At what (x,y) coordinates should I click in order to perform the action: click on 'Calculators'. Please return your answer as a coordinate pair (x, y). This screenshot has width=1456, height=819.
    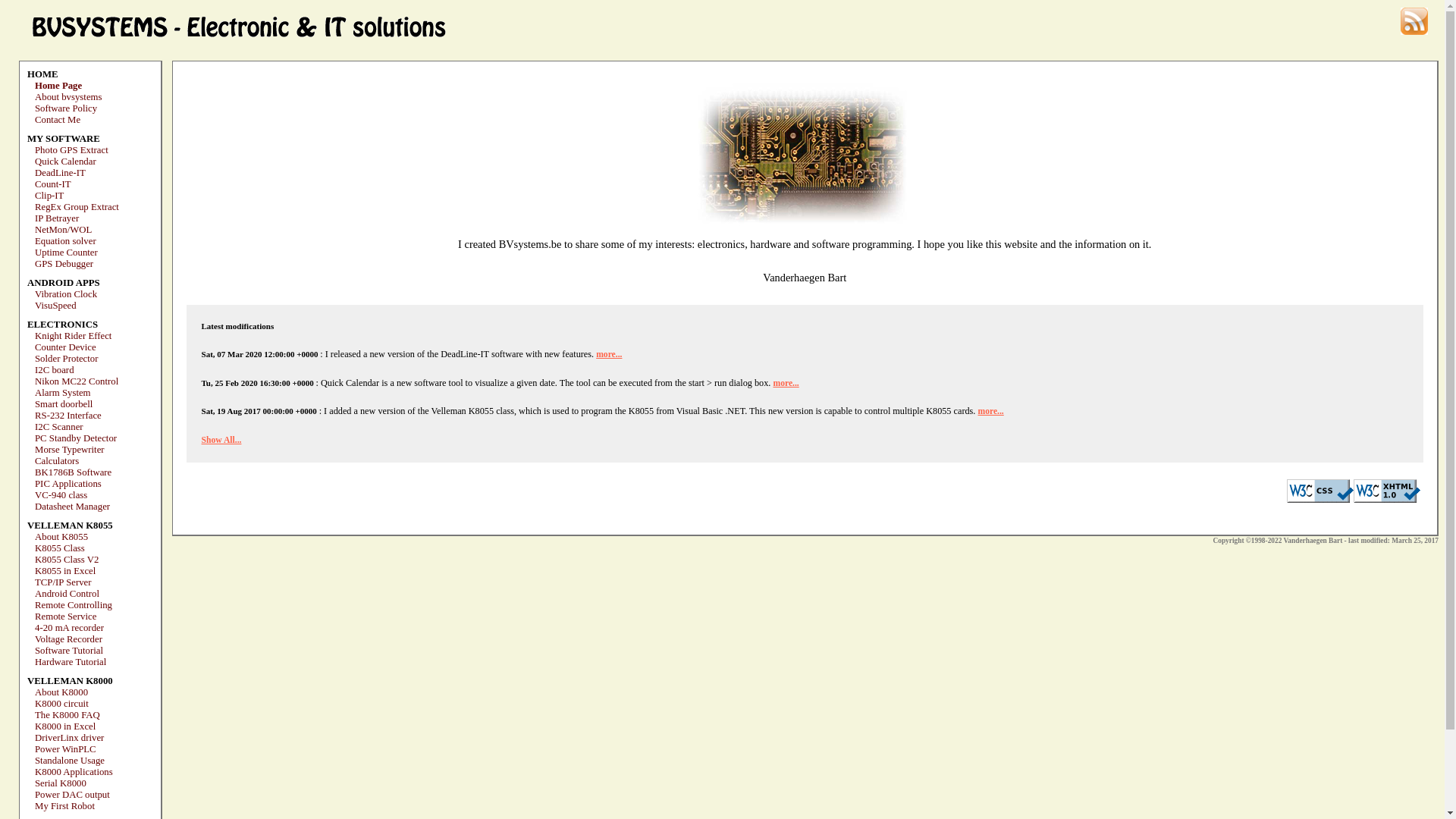
    Looking at the image, I should click on (57, 460).